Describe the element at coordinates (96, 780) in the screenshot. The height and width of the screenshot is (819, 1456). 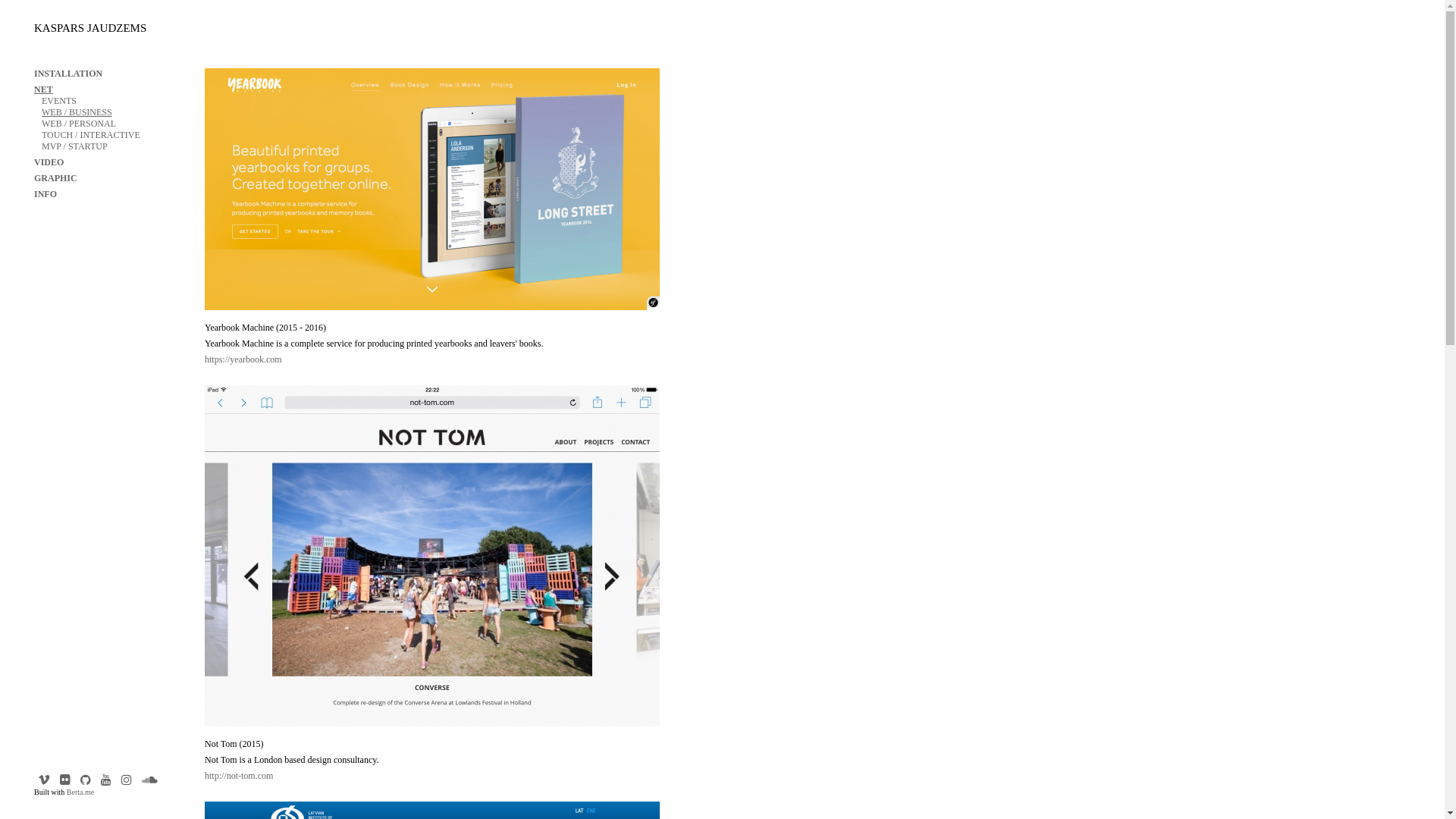
I see `'Youtube'` at that location.